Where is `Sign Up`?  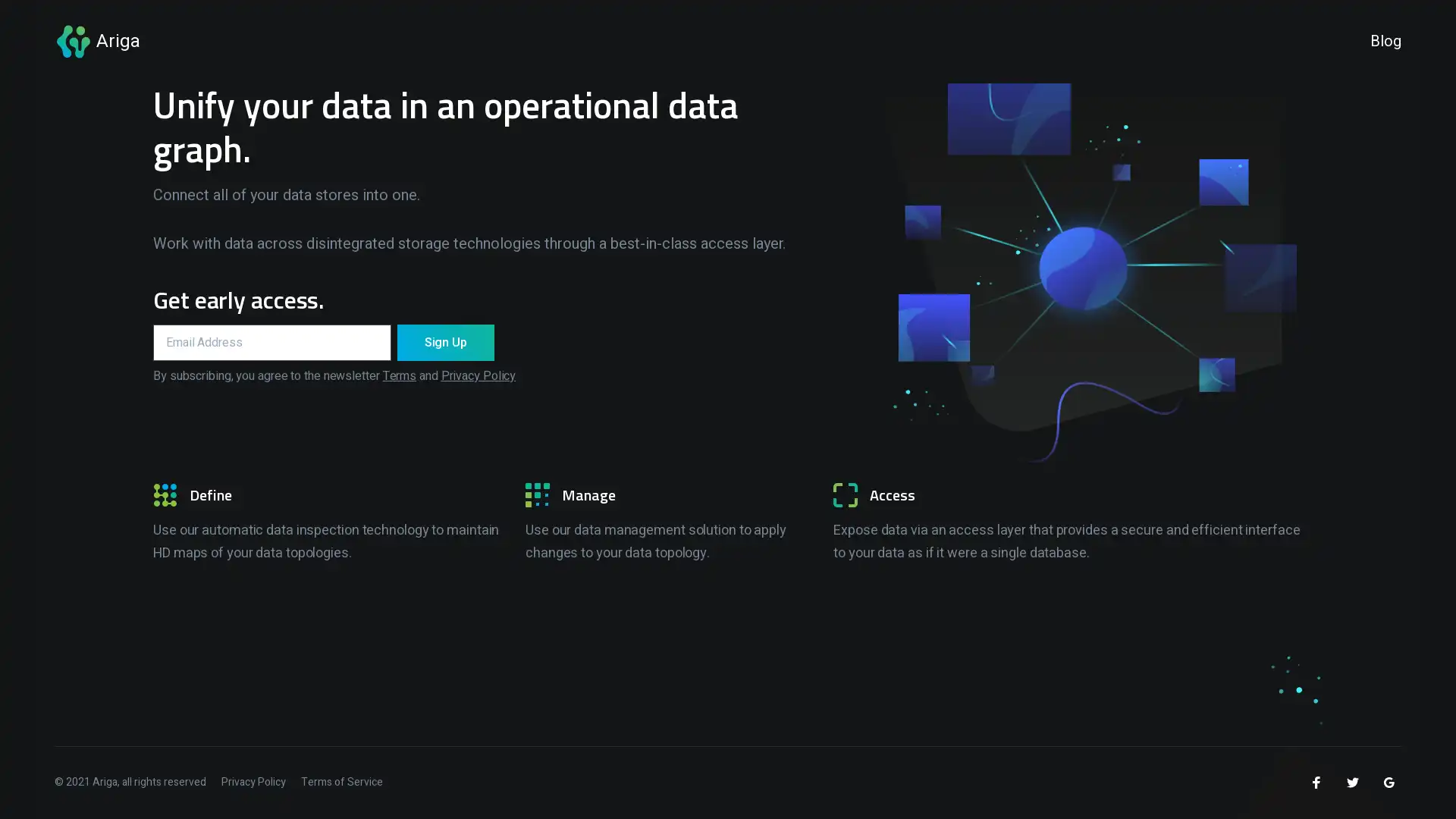
Sign Up is located at coordinates (444, 342).